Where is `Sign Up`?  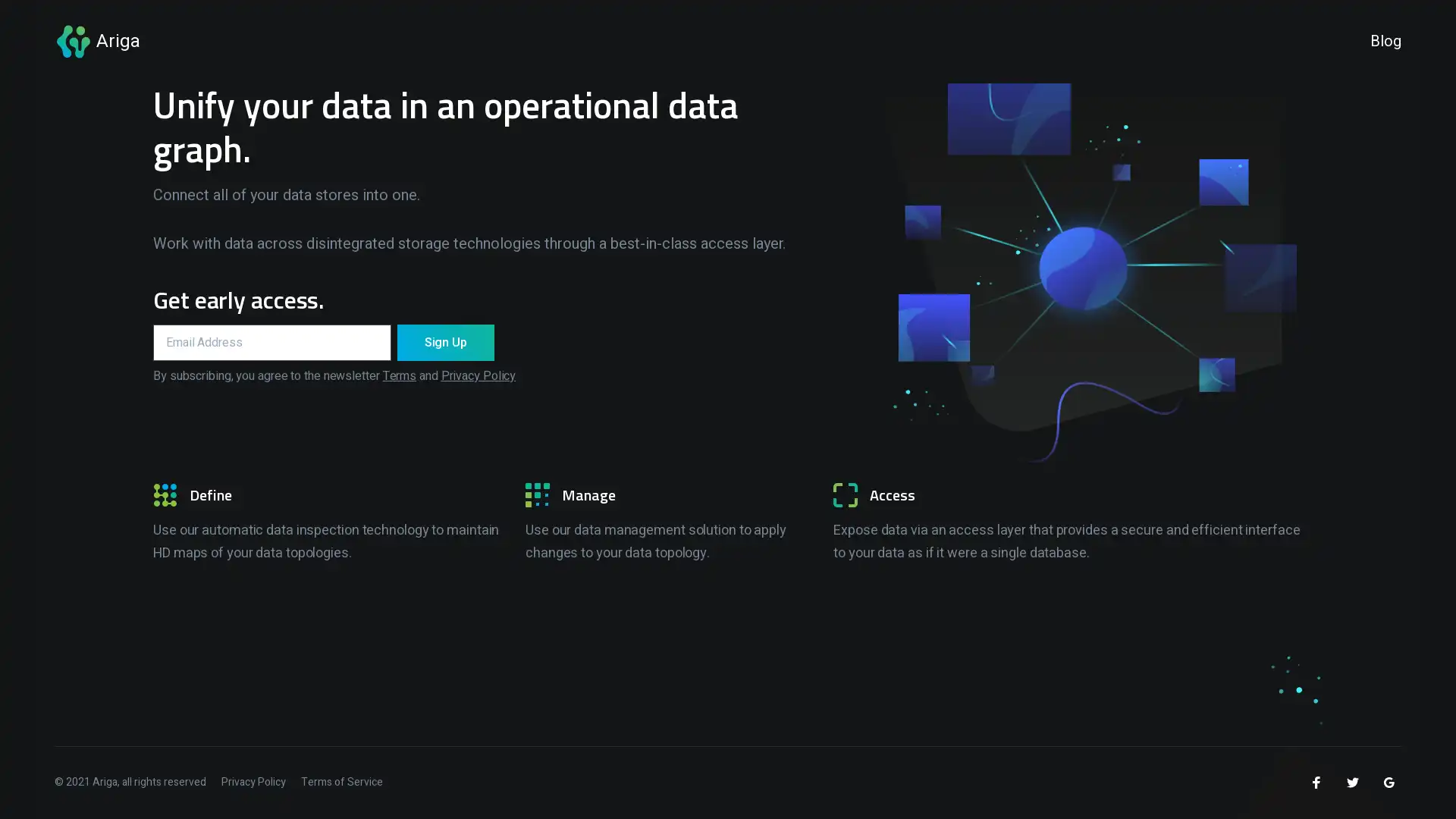
Sign Up is located at coordinates (444, 342).